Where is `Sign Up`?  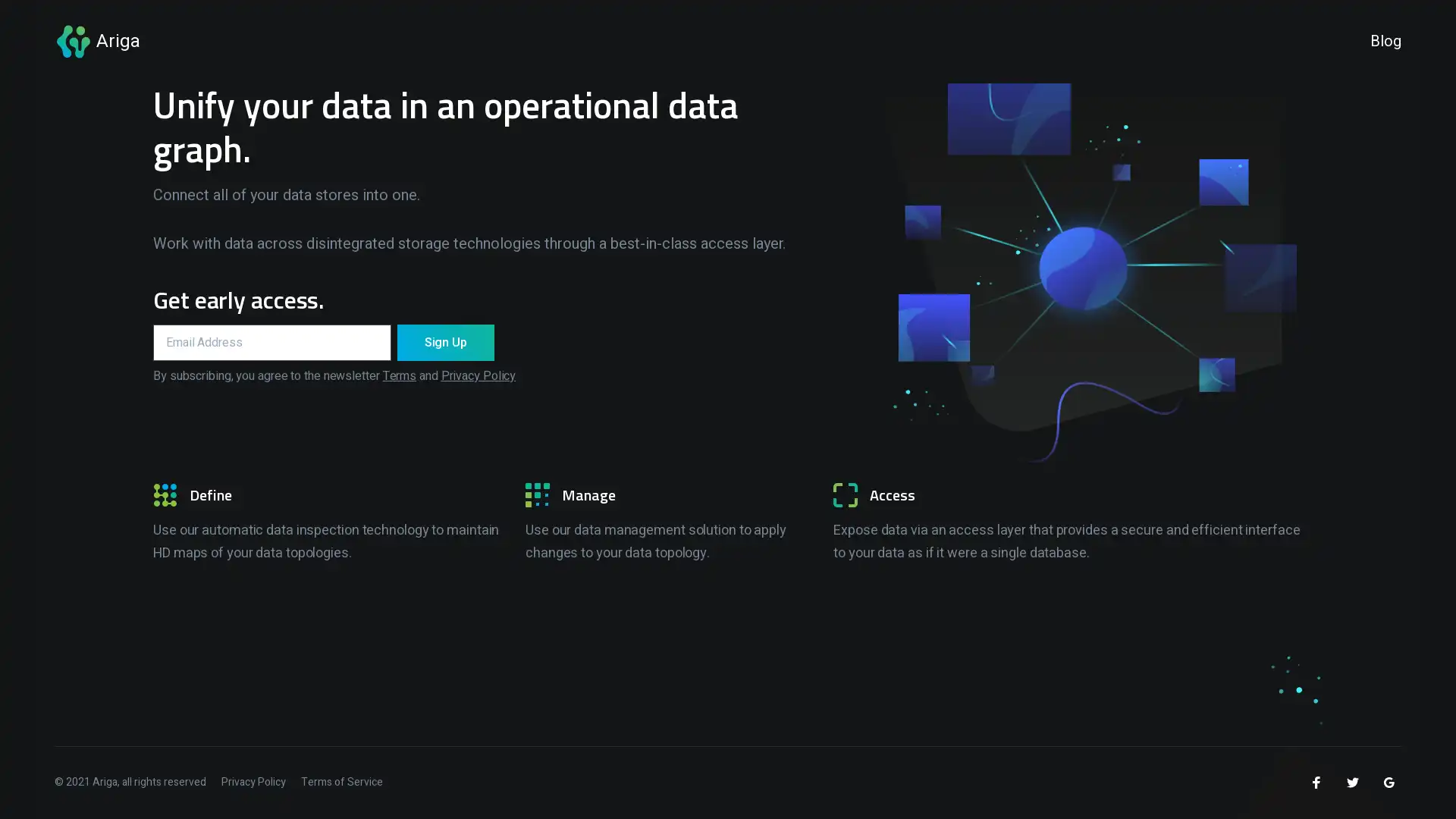
Sign Up is located at coordinates (444, 342).